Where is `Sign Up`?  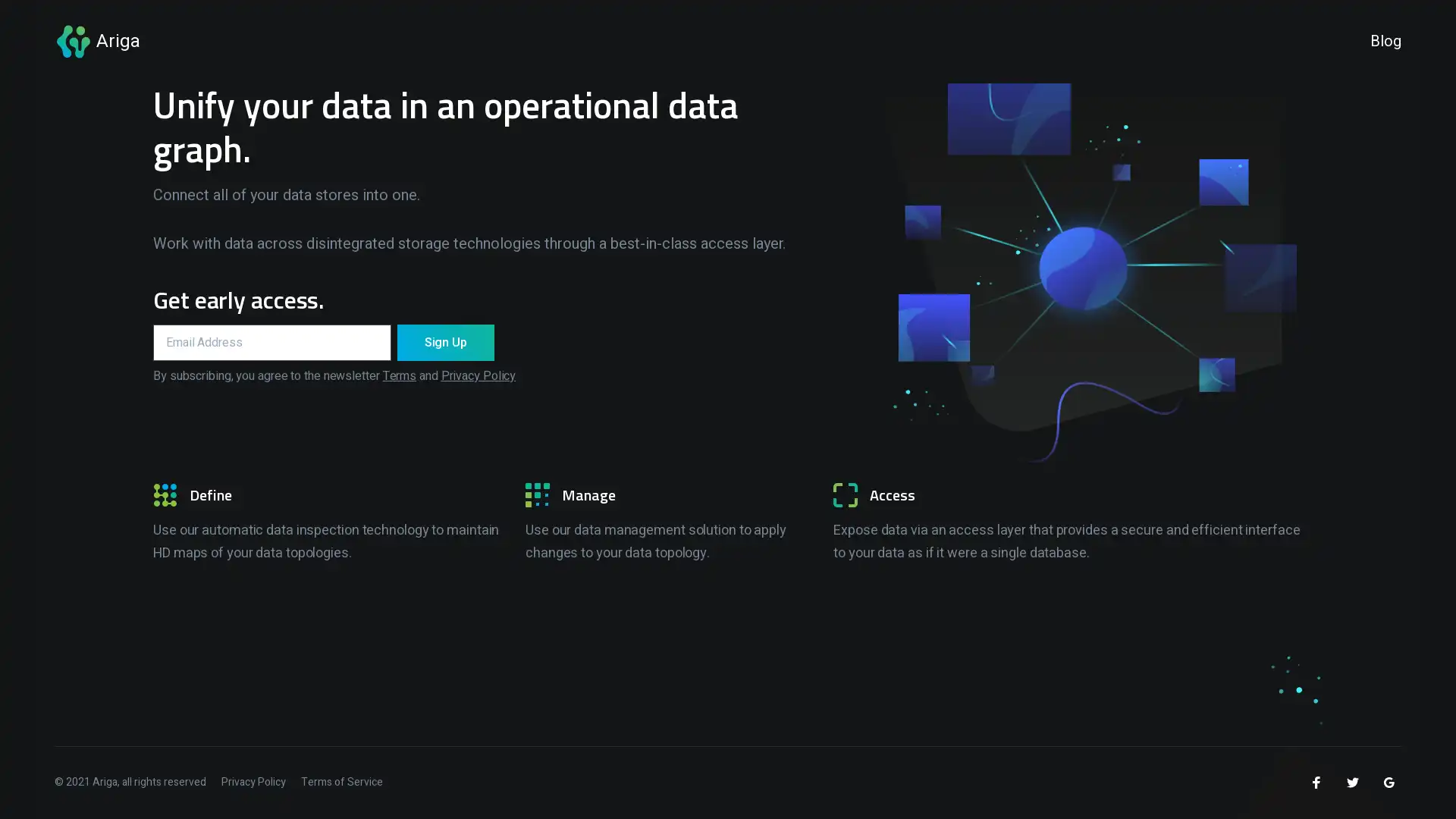
Sign Up is located at coordinates (444, 342).